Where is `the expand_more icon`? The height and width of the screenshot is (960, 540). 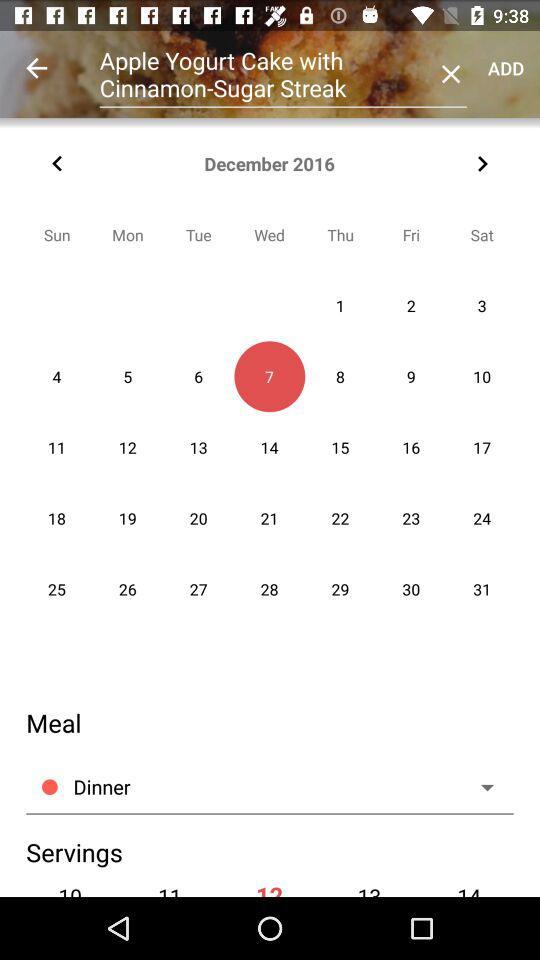
the expand_more icon is located at coordinates (481, 772).